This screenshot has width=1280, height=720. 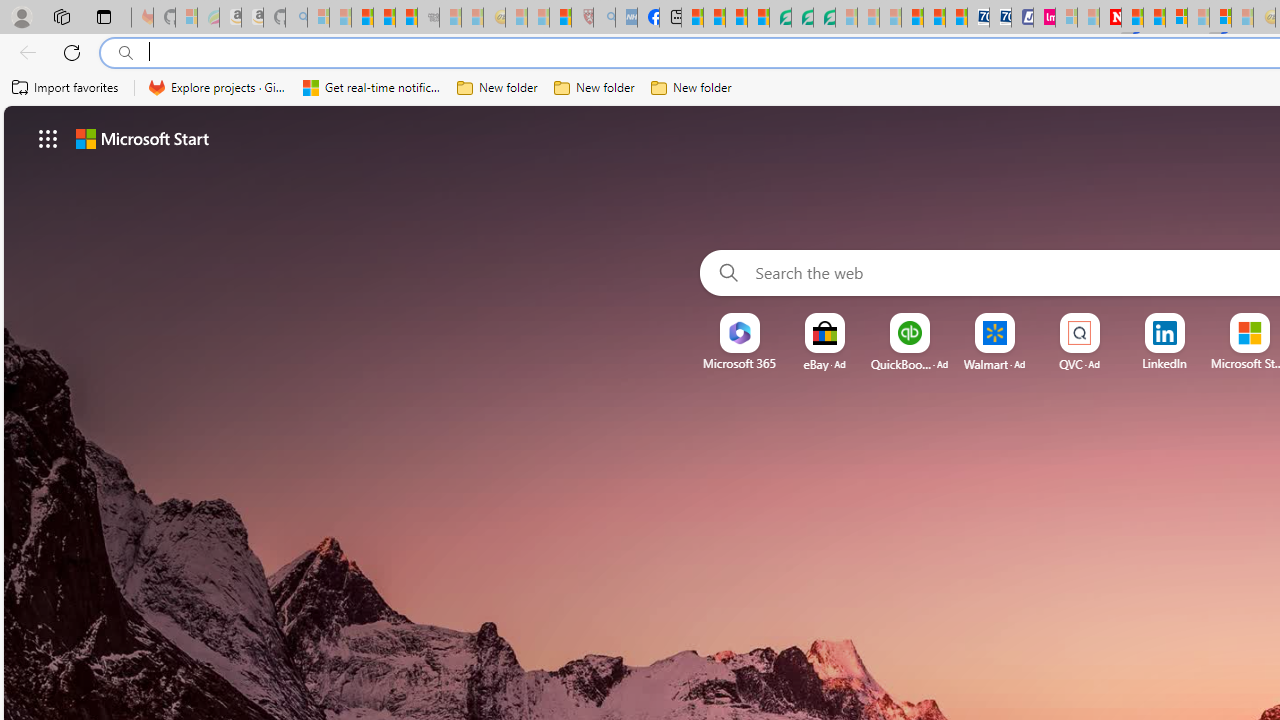 What do you see at coordinates (802, 17) in the screenshot?
I see `'Terms of Use Agreement'` at bounding box center [802, 17].